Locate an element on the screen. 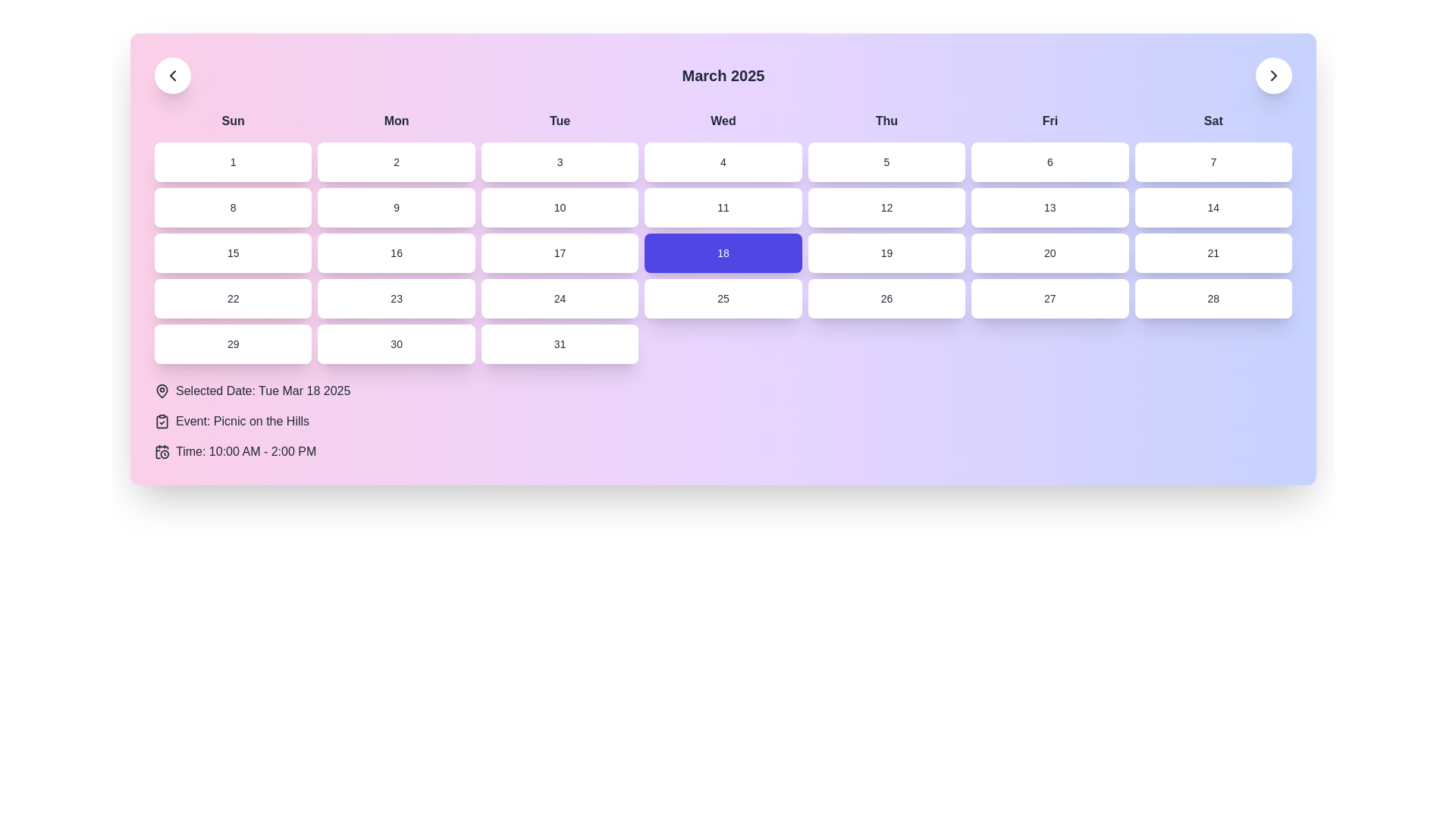  the rectangular button displaying the number '26' in the calendar grid is located at coordinates (886, 298).